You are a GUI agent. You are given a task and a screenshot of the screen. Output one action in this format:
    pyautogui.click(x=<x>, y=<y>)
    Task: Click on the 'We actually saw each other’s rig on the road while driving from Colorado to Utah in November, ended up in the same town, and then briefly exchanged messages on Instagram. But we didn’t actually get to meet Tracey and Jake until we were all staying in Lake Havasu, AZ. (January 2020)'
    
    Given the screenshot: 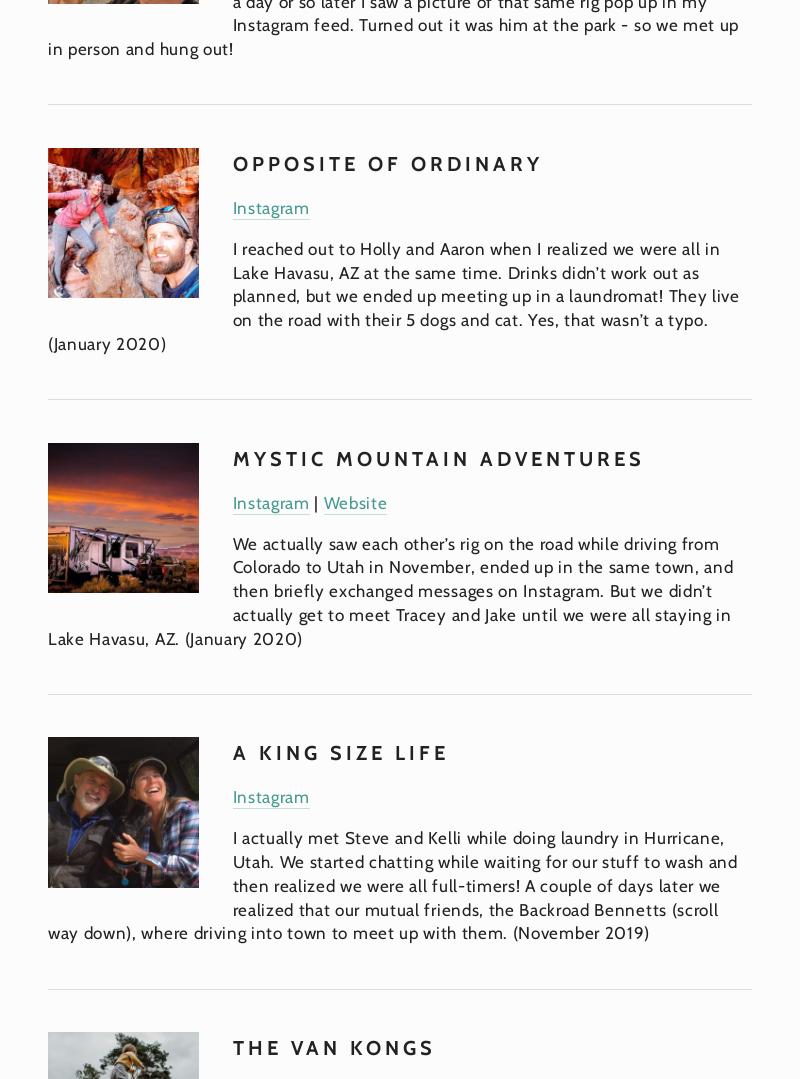 What is the action you would take?
    pyautogui.click(x=391, y=590)
    